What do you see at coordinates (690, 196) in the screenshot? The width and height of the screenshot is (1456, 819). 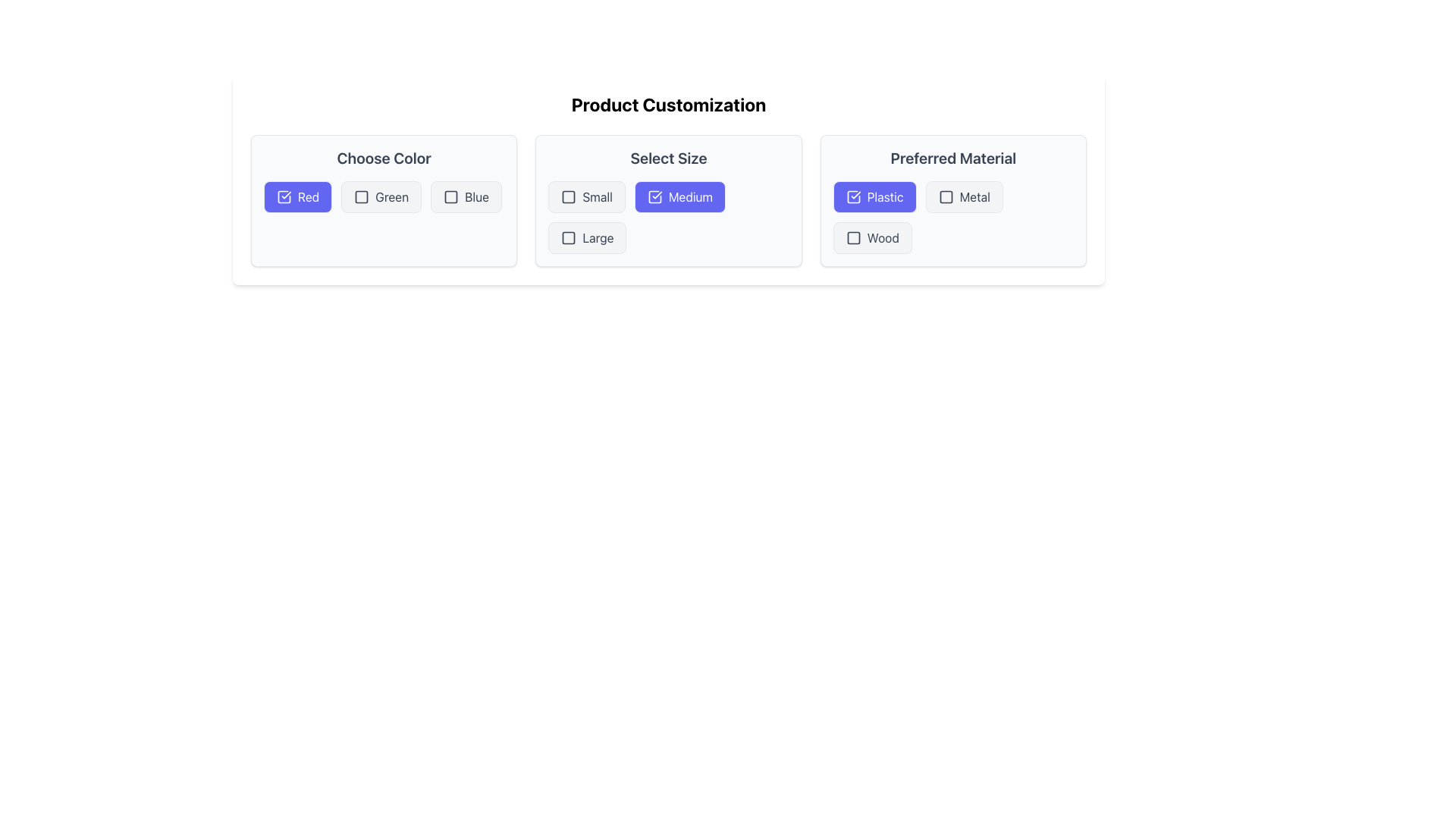 I see `the 'Medium' size label located in the 'Select Size' section, positioned to the right of the checkbox icon for selecting the 'Medium' size` at bounding box center [690, 196].